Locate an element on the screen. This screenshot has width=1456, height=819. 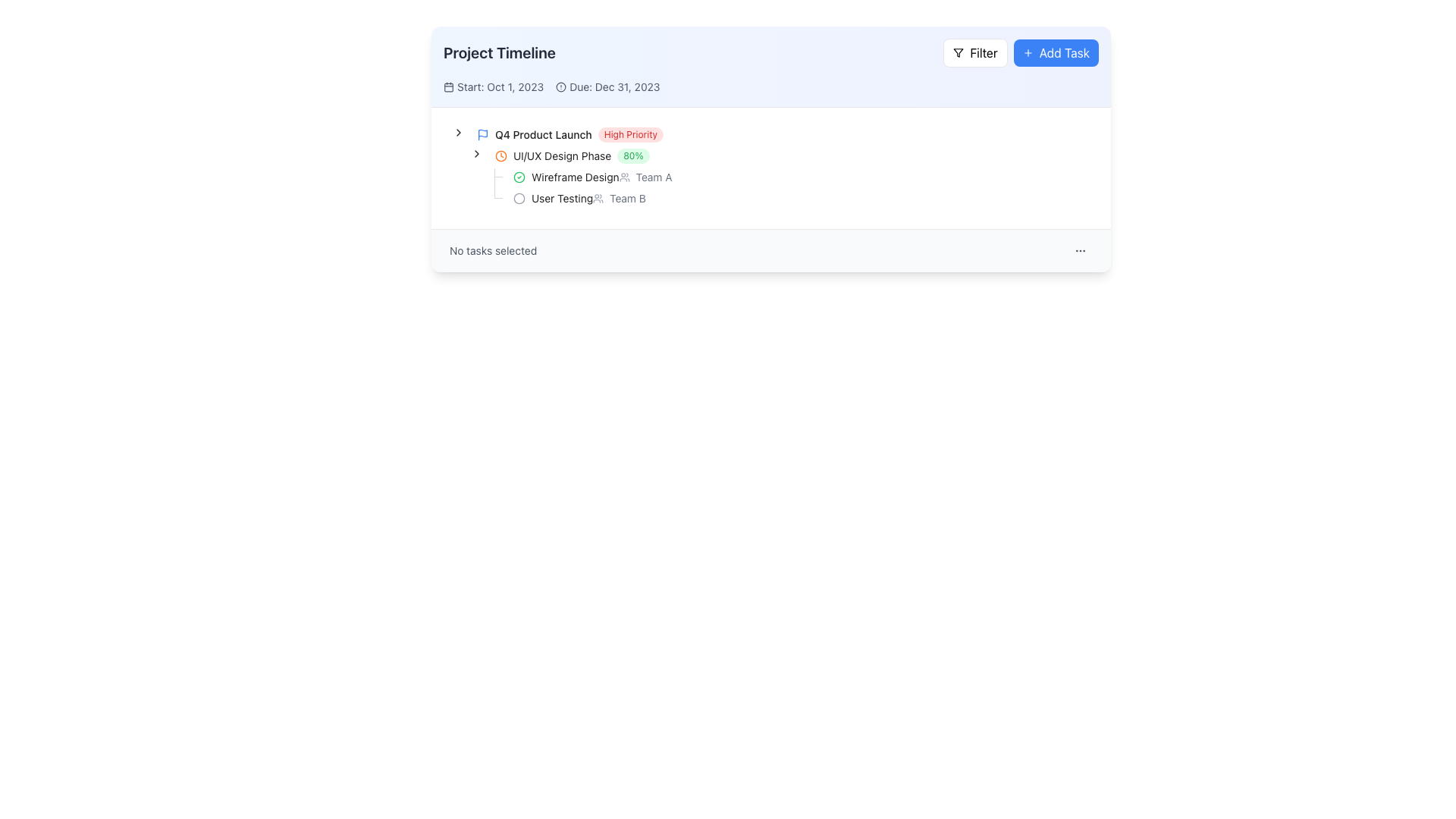
the alert icon located to the left of the text 'Due: Dec 31, 2023' in the header section of the Project Timeline interface is located at coordinates (560, 87).